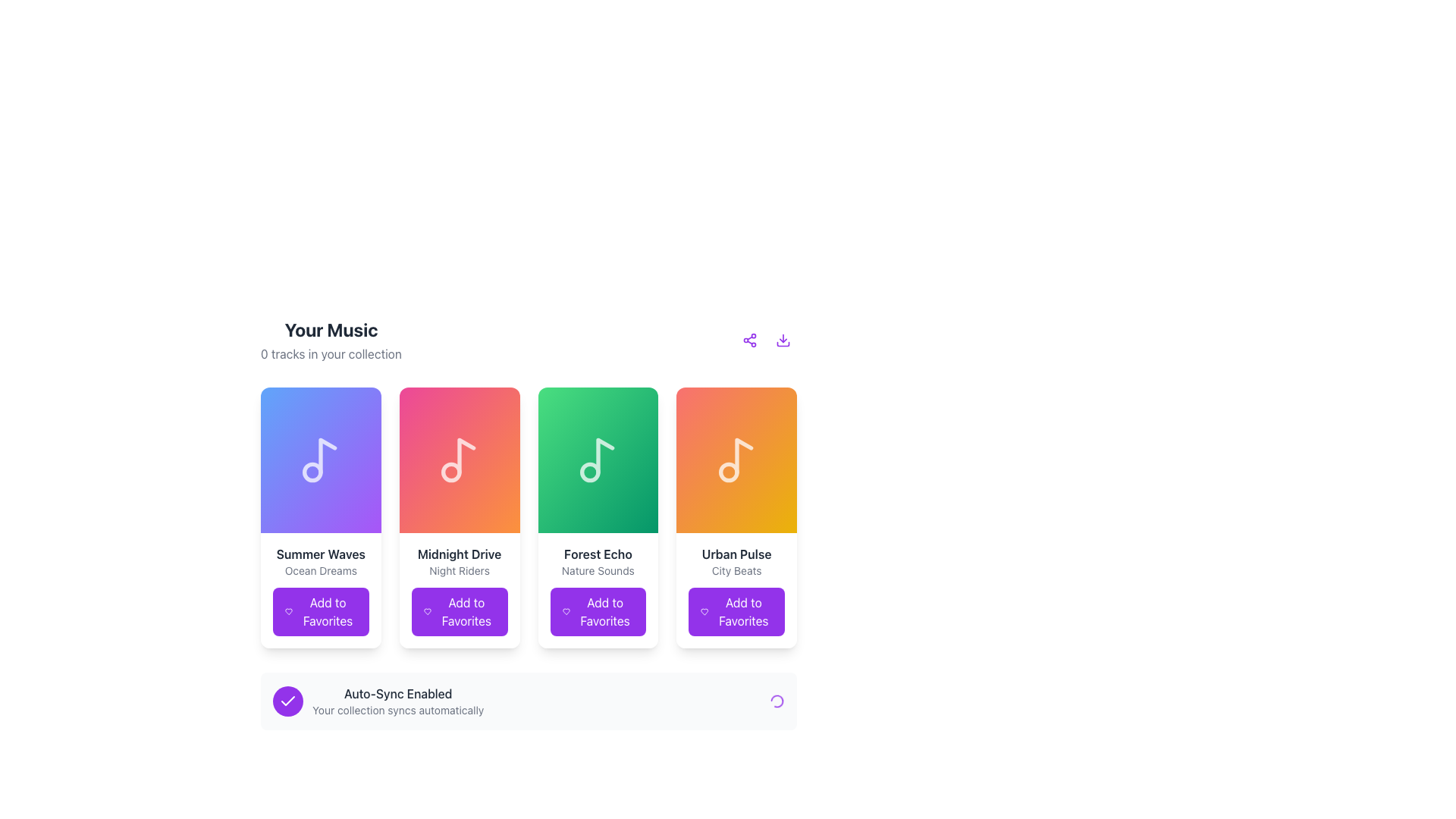  Describe the element at coordinates (743, 610) in the screenshot. I see `the 'Add to Favorites' button located at the bottom center of the 'Urban Pulse' content card to mark it as a favorite` at that location.